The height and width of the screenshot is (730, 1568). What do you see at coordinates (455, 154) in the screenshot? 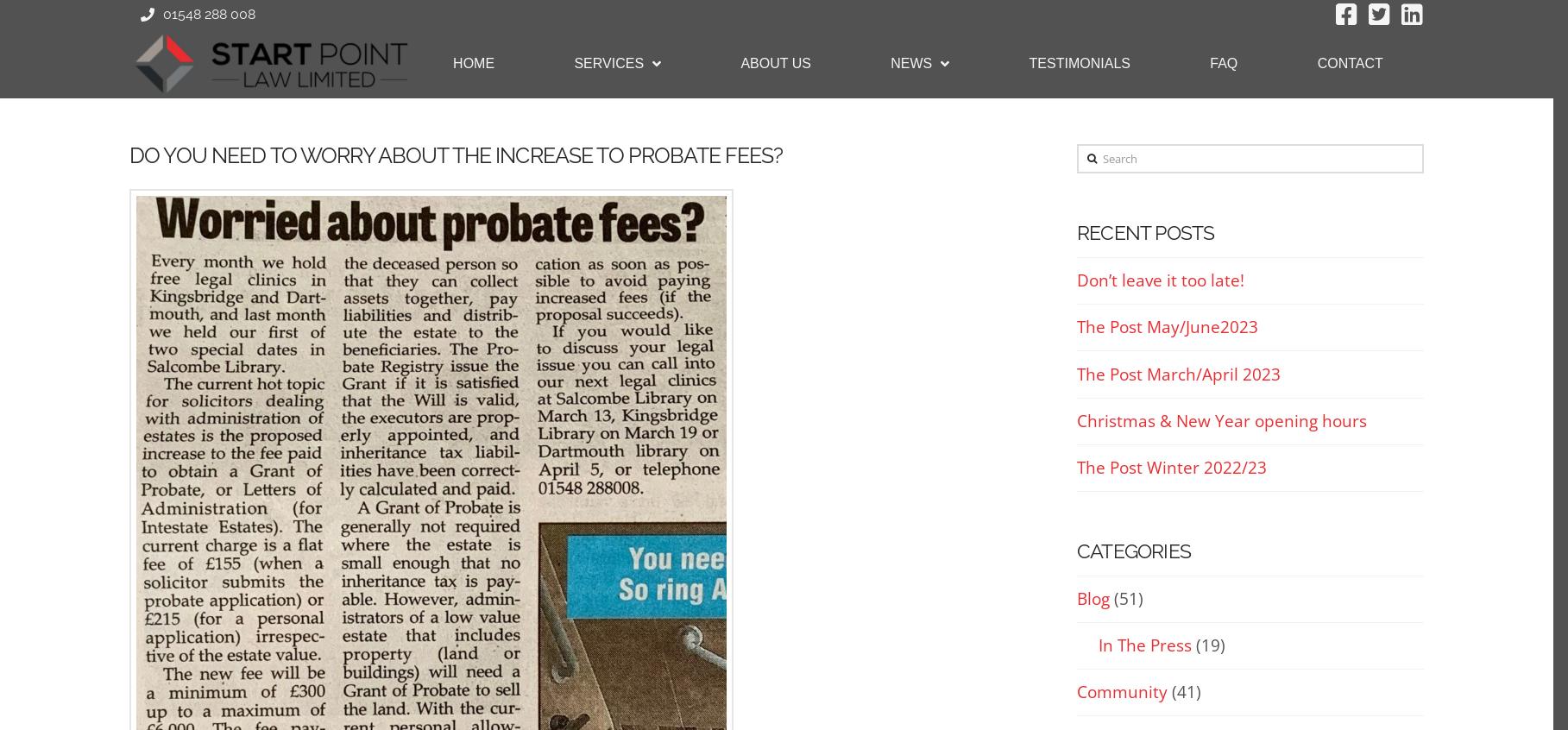
I see `'Do you need to worry about the increase to Probate fees?'` at bounding box center [455, 154].